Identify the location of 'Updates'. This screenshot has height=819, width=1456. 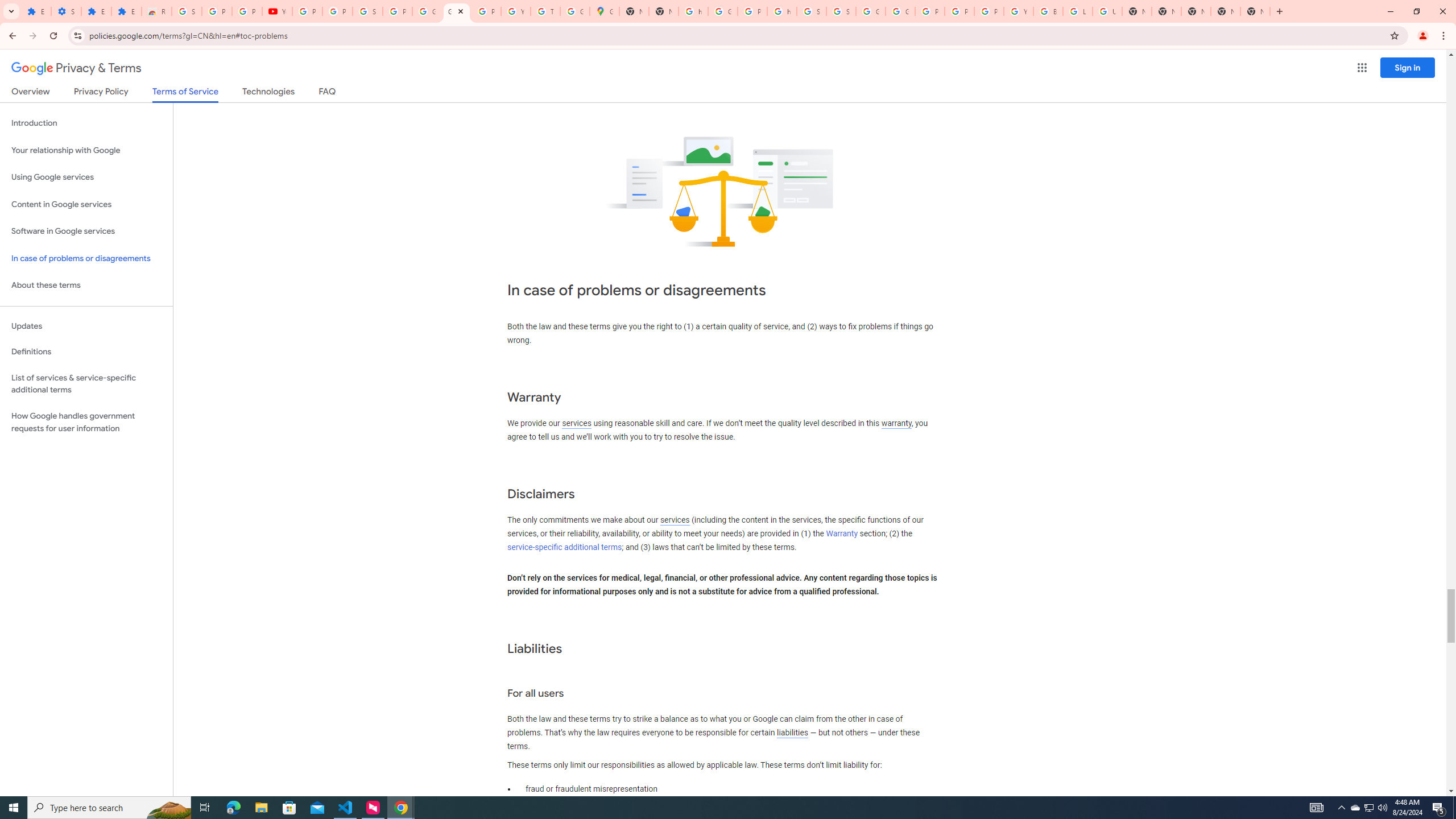
(86, 325).